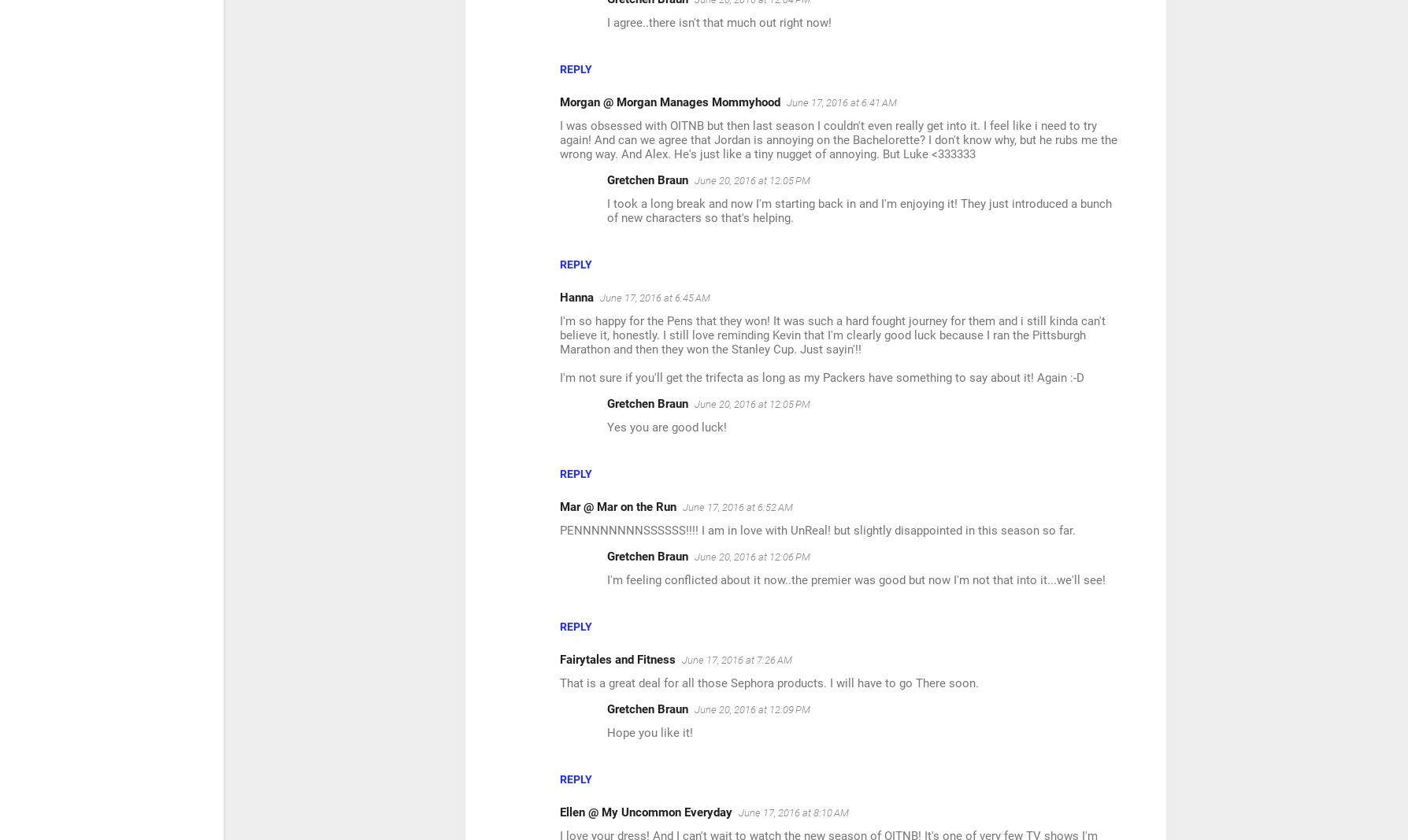 This screenshot has width=1408, height=840. I want to click on 'Morgan @ Morgan Manages Mommyhood', so click(669, 101).